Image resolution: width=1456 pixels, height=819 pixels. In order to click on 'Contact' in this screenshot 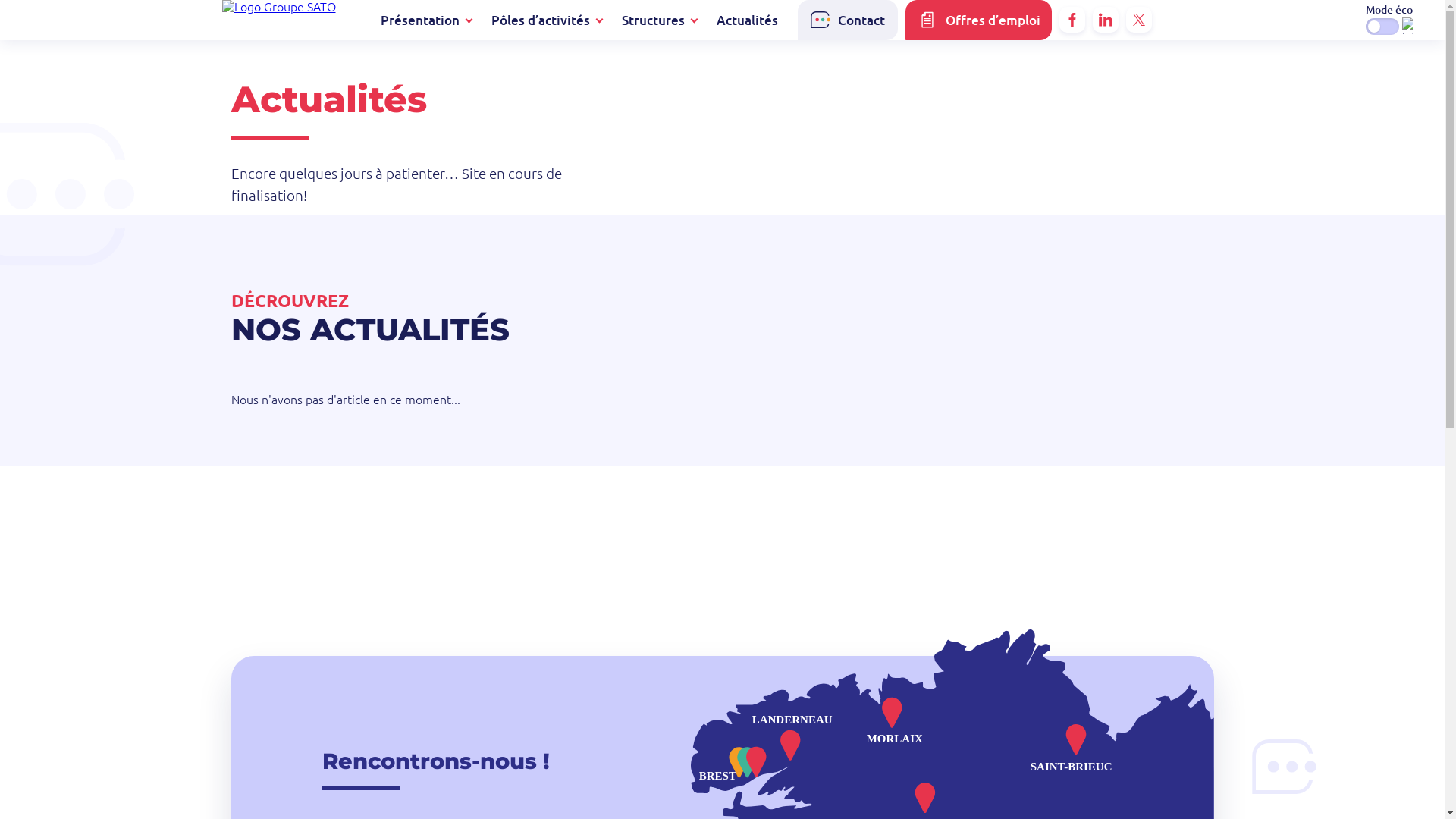, I will do `click(847, 20)`.